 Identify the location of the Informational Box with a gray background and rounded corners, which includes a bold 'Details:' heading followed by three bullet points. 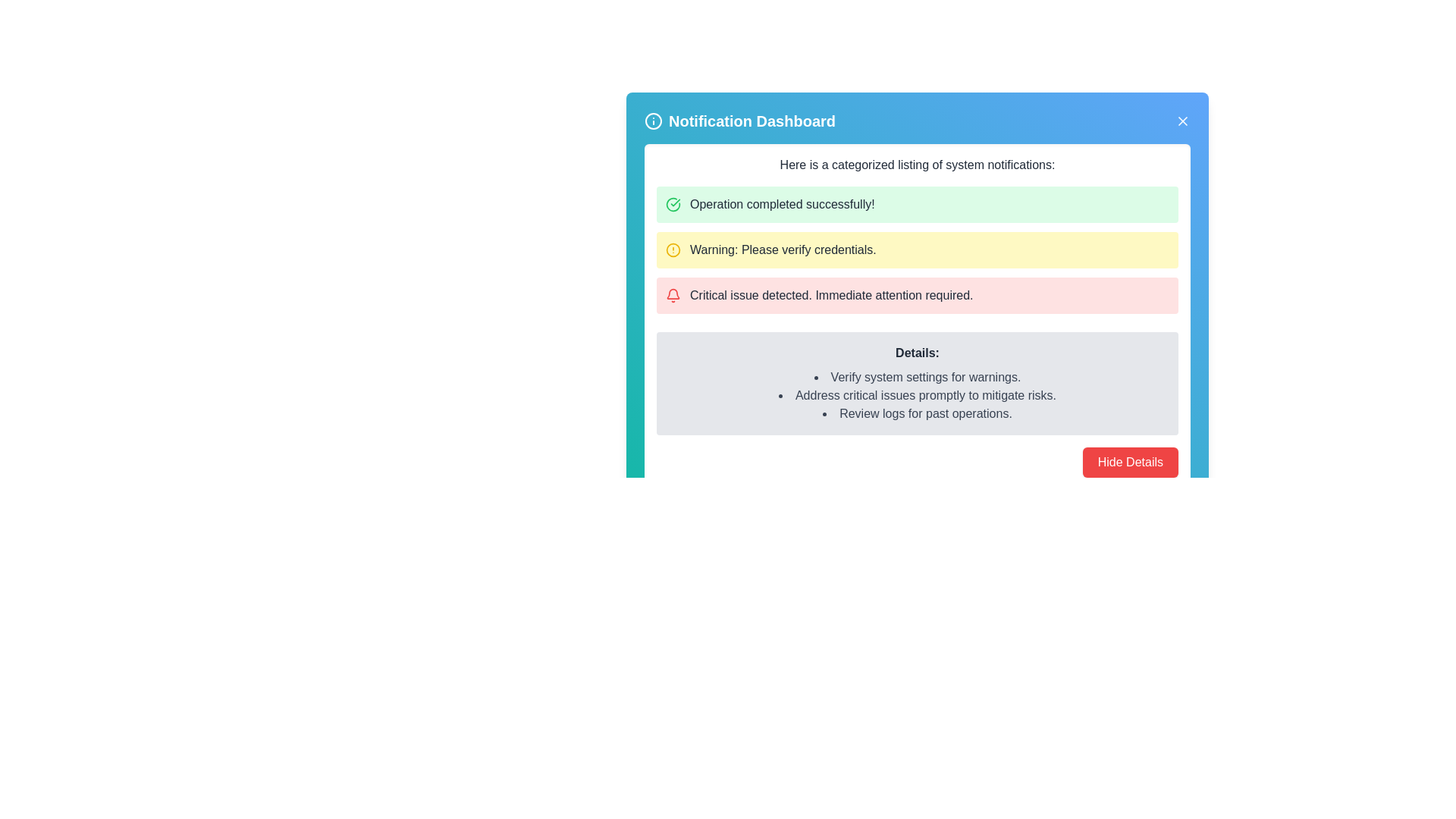
(916, 382).